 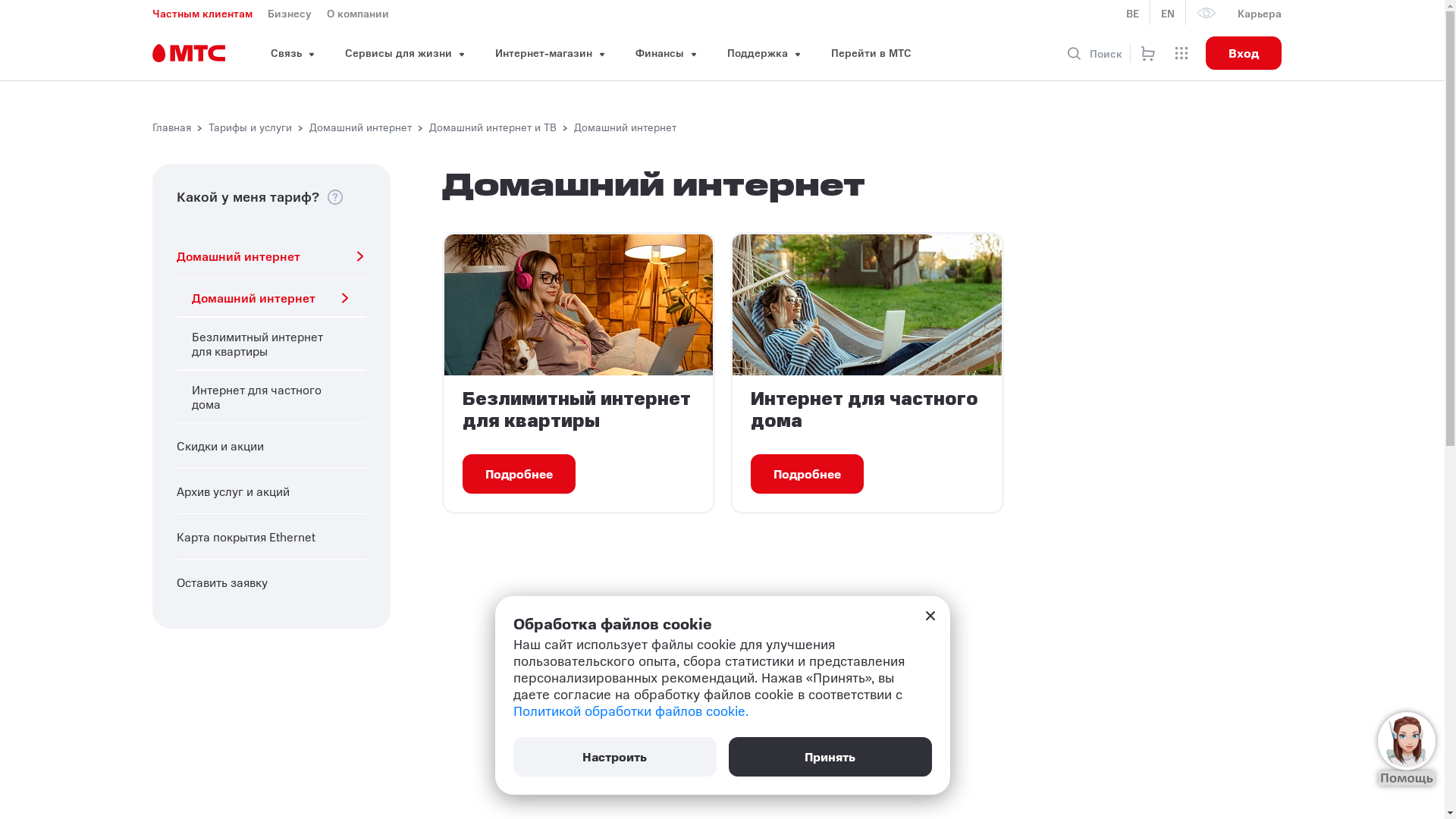 What do you see at coordinates (1167, 12) in the screenshot?
I see `'EN'` at bounding box center [1167, 12].